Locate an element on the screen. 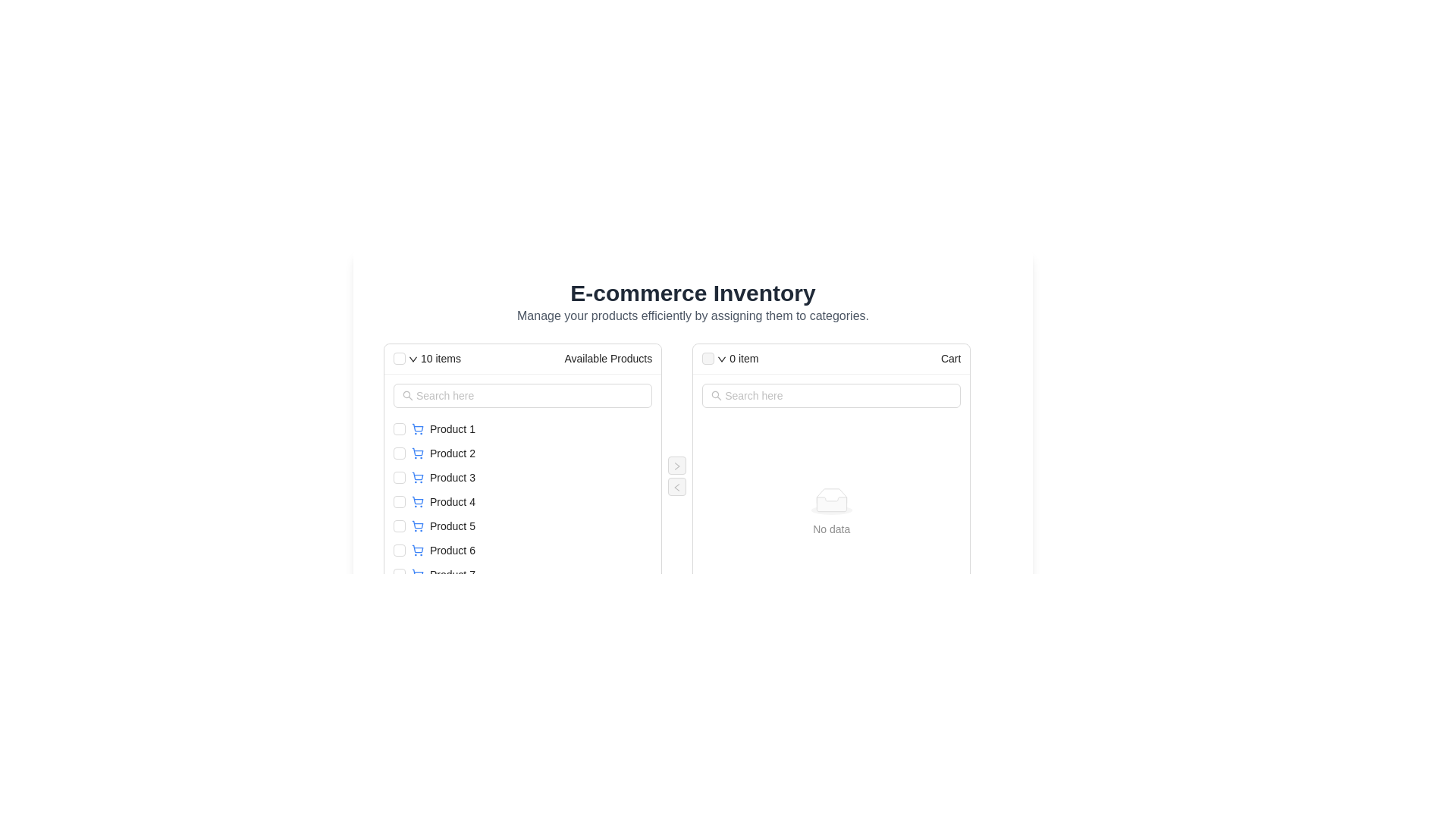 The image size is (1456, 819). the non-interactive text label indicating the name or title of a product, which is the seventh item in the 'Available Products' list, located below 'Product 6' is located at coordinates (451, 575).